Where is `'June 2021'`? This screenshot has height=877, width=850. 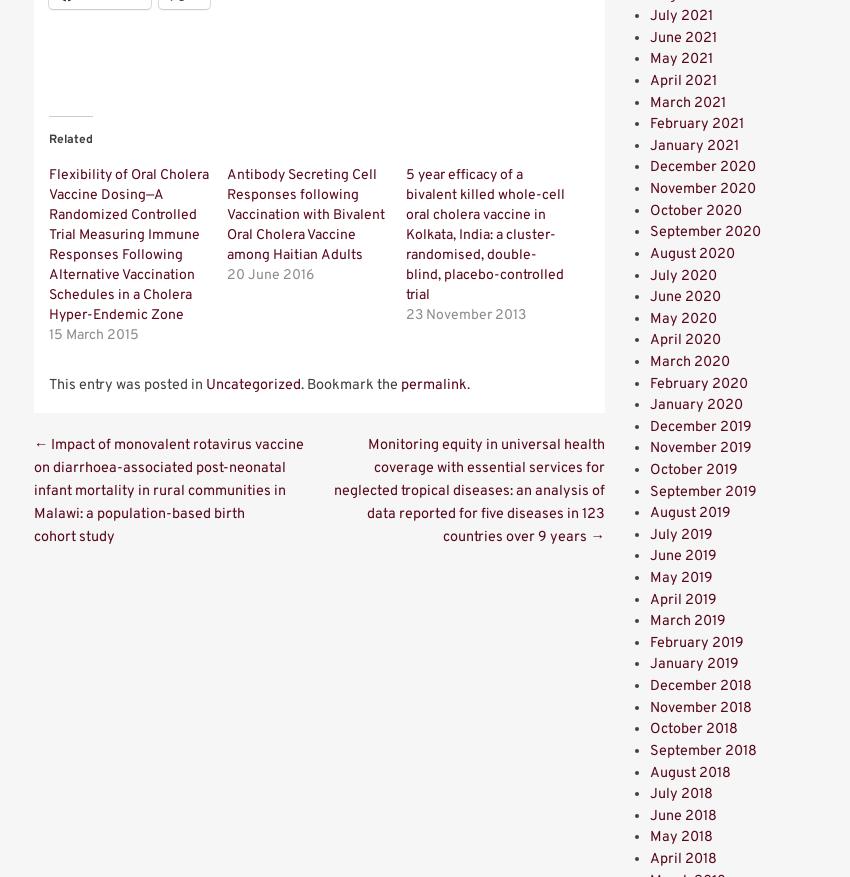 'June 2021' is located at coordinates (682, 36).